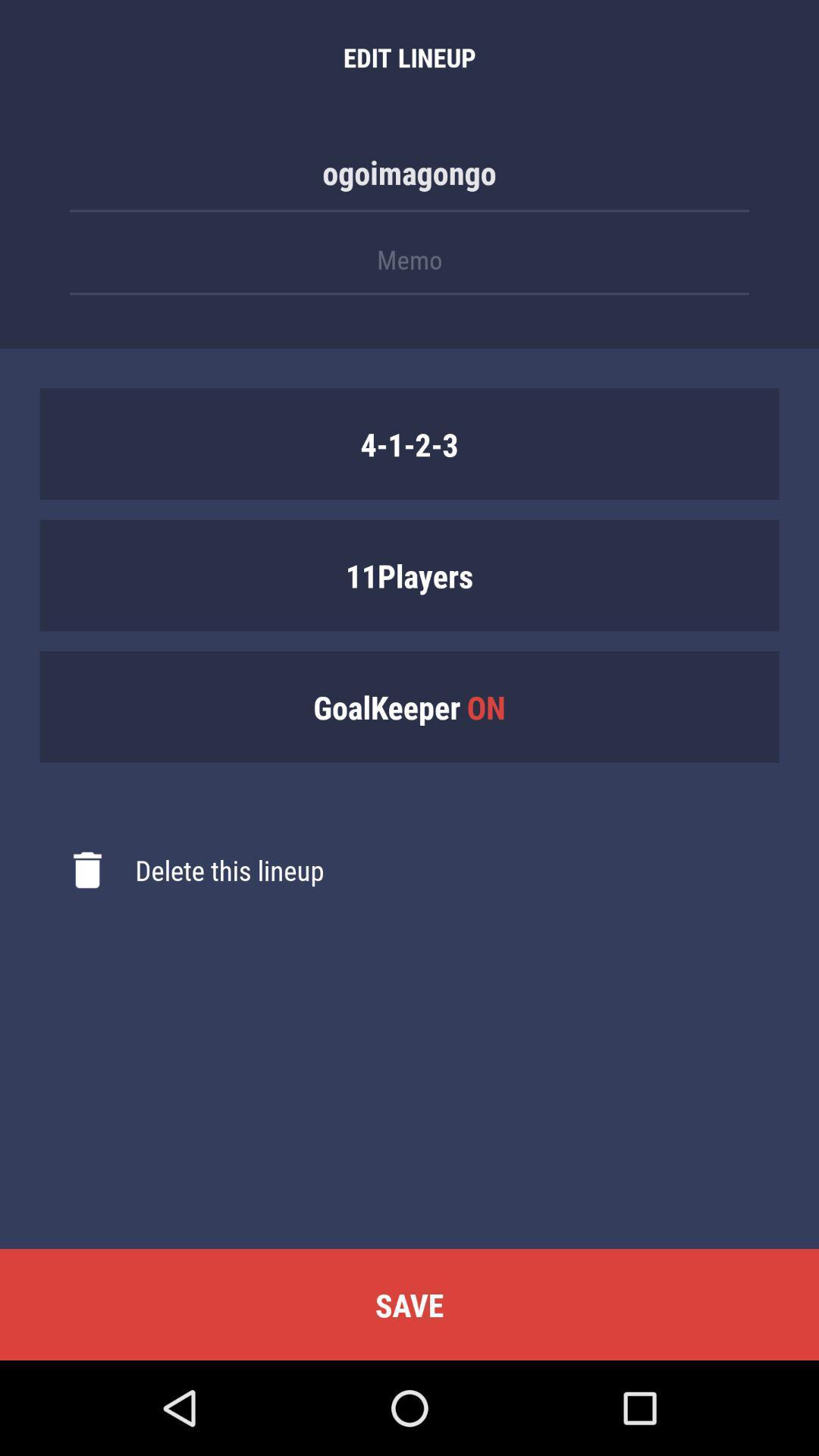  I want to click on item above 11players, so click(409, 443).